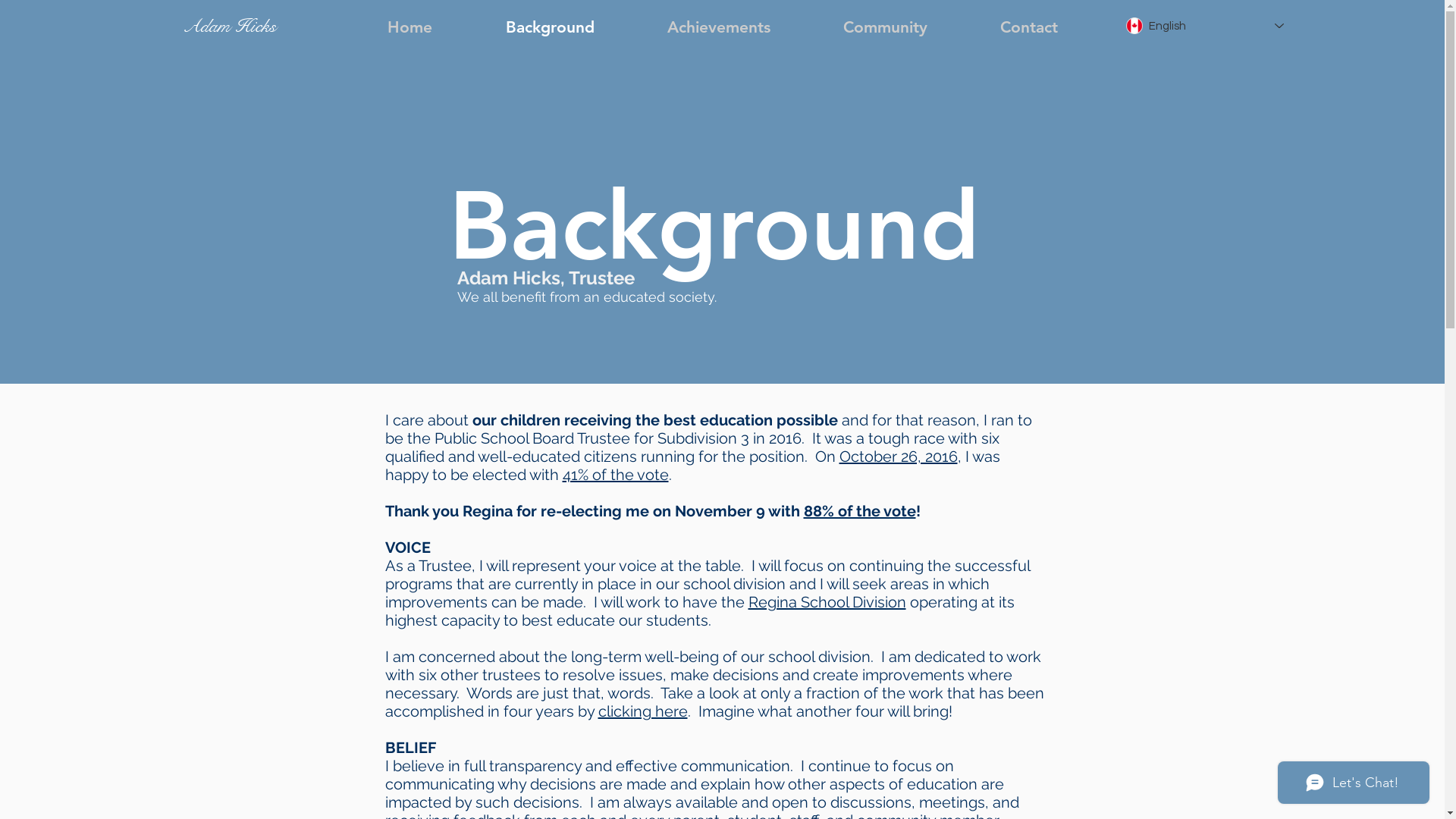  What do you see at coordinates (562, 473) in the screenshot?
I see `'41% of the vote'` at bounding box center [562, 473].